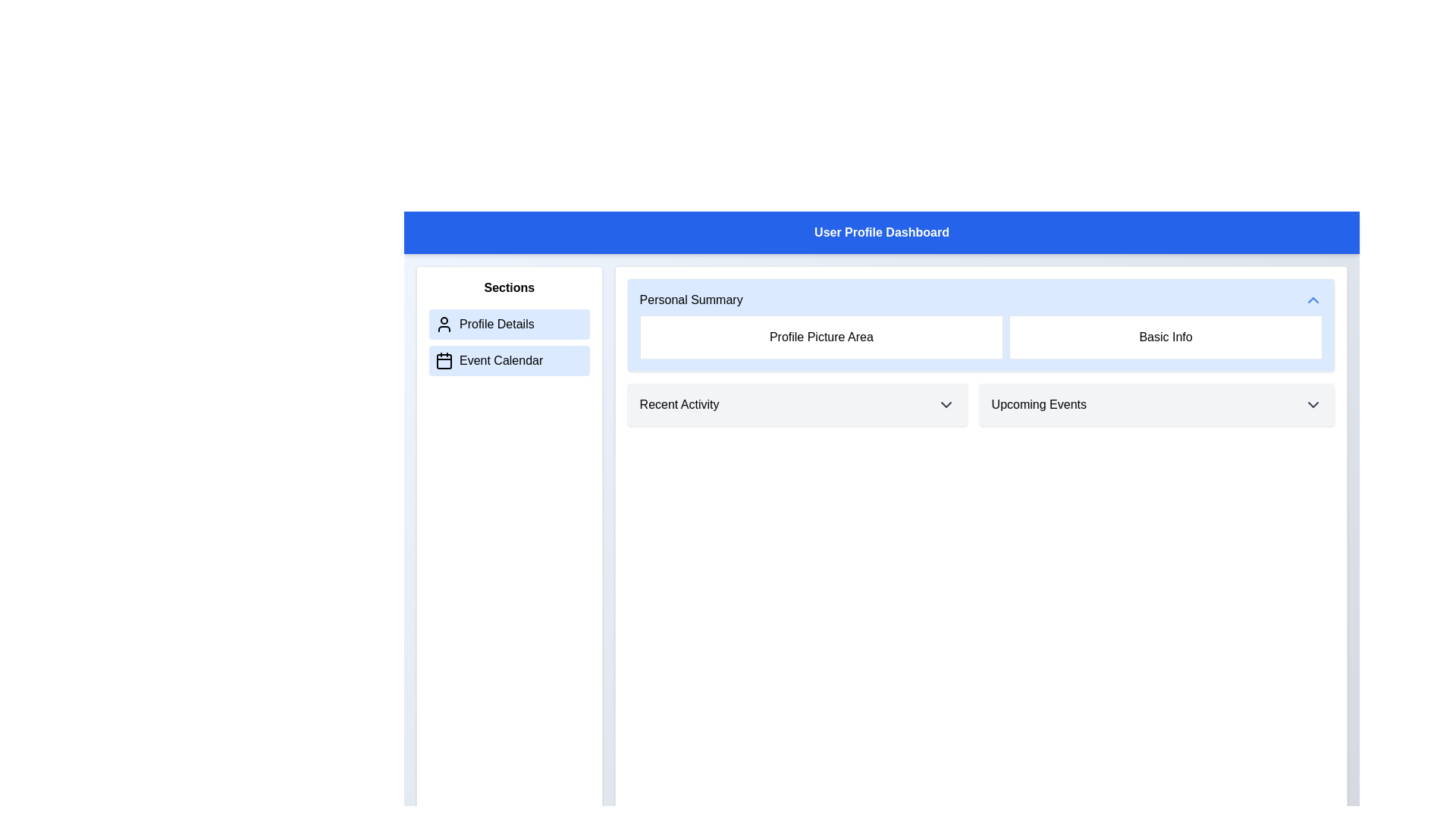 The image size is (1456, 819). I want to click on the Calendar SVG component which represents the 'Event Calendar' section in the sidebar menu, so click(443, 362).